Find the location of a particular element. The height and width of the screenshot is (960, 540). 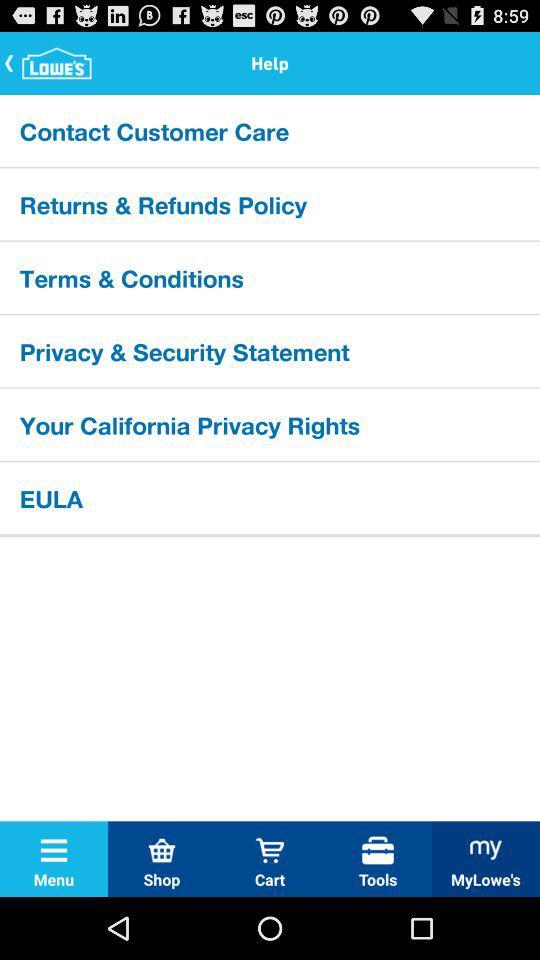

returns & refunds policy icon is located at coordinates (270, 204).